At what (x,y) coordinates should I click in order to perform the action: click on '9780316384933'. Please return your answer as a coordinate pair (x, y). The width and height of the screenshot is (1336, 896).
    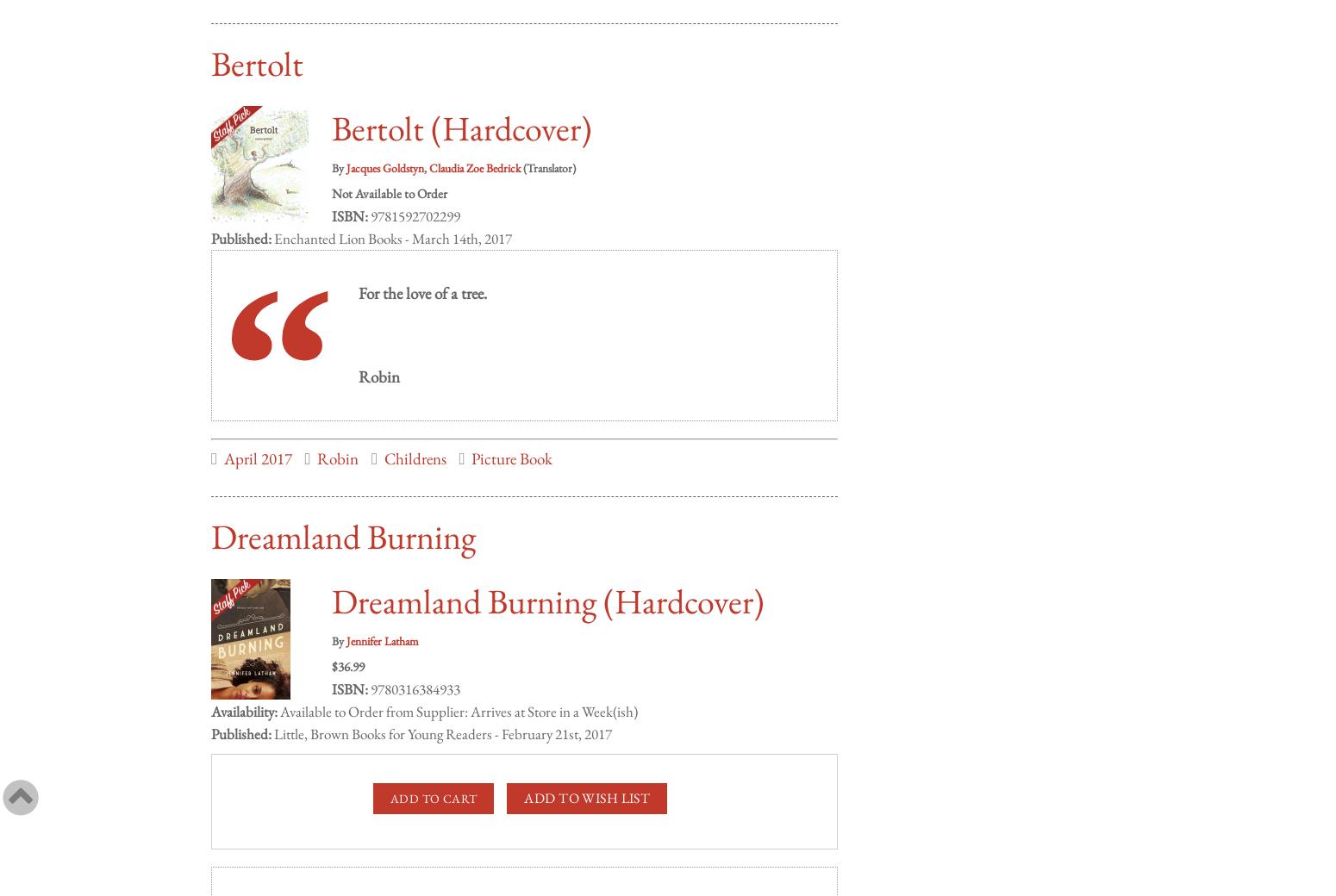
    Looking at the image, I should click on (413, 672).